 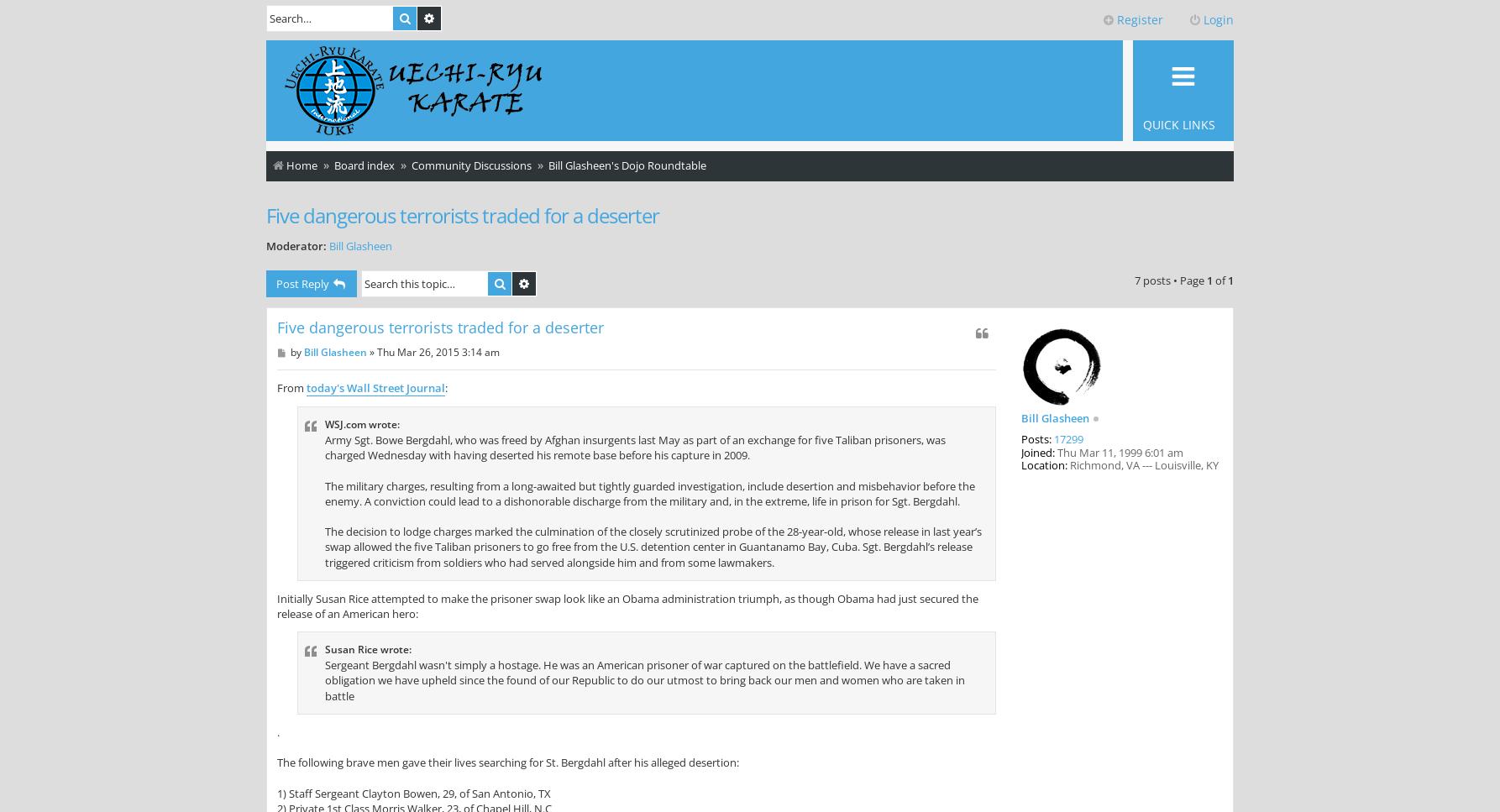 What do you see at coordinates (436, 351) in the screenshot?
I see `'Thu Mar 26, 2015 3:14 am'` at bounding box center [436, 351].